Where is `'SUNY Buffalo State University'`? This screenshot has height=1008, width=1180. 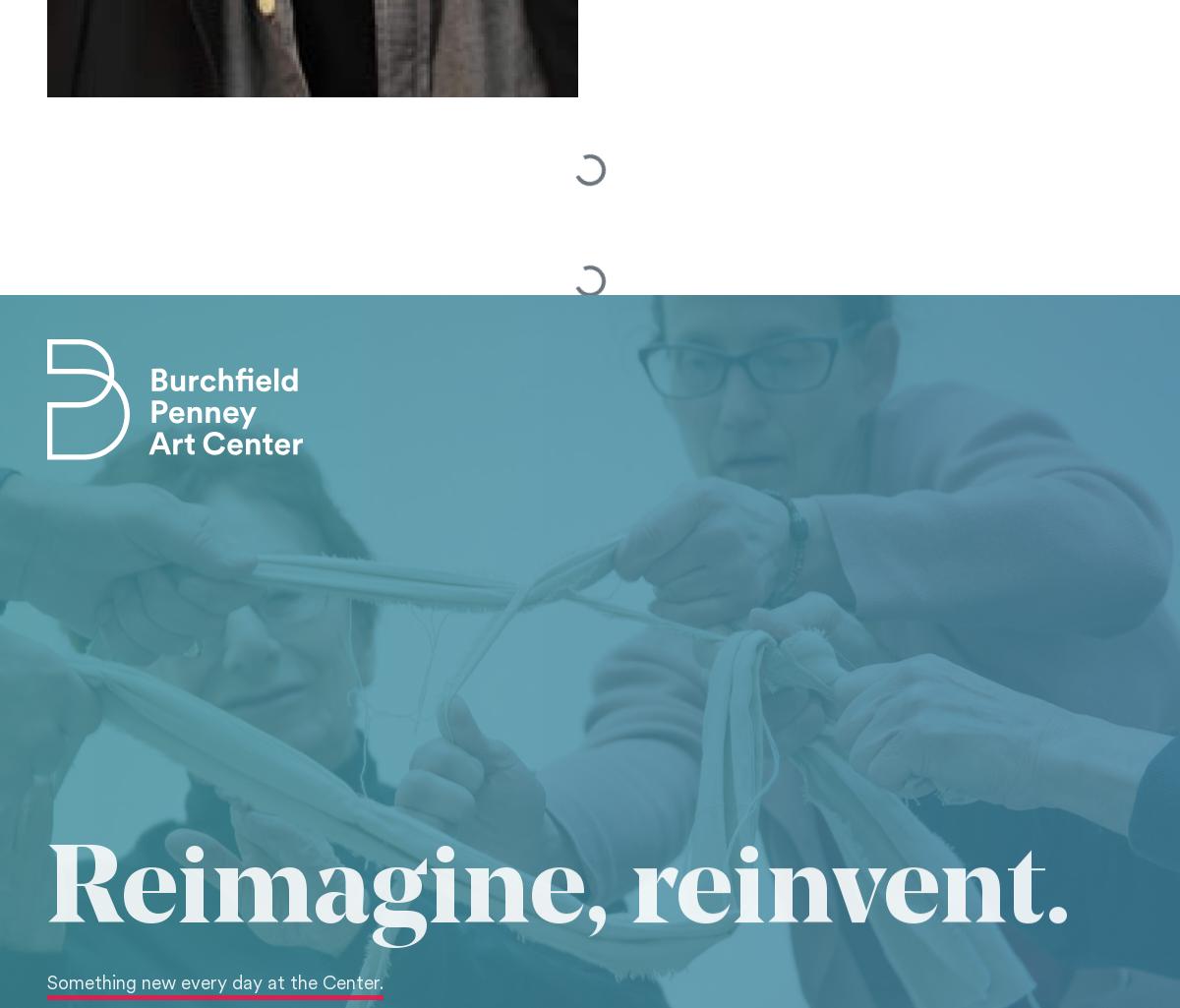 'SUNY Buffalo State University' is located at coordinates (147, 325).